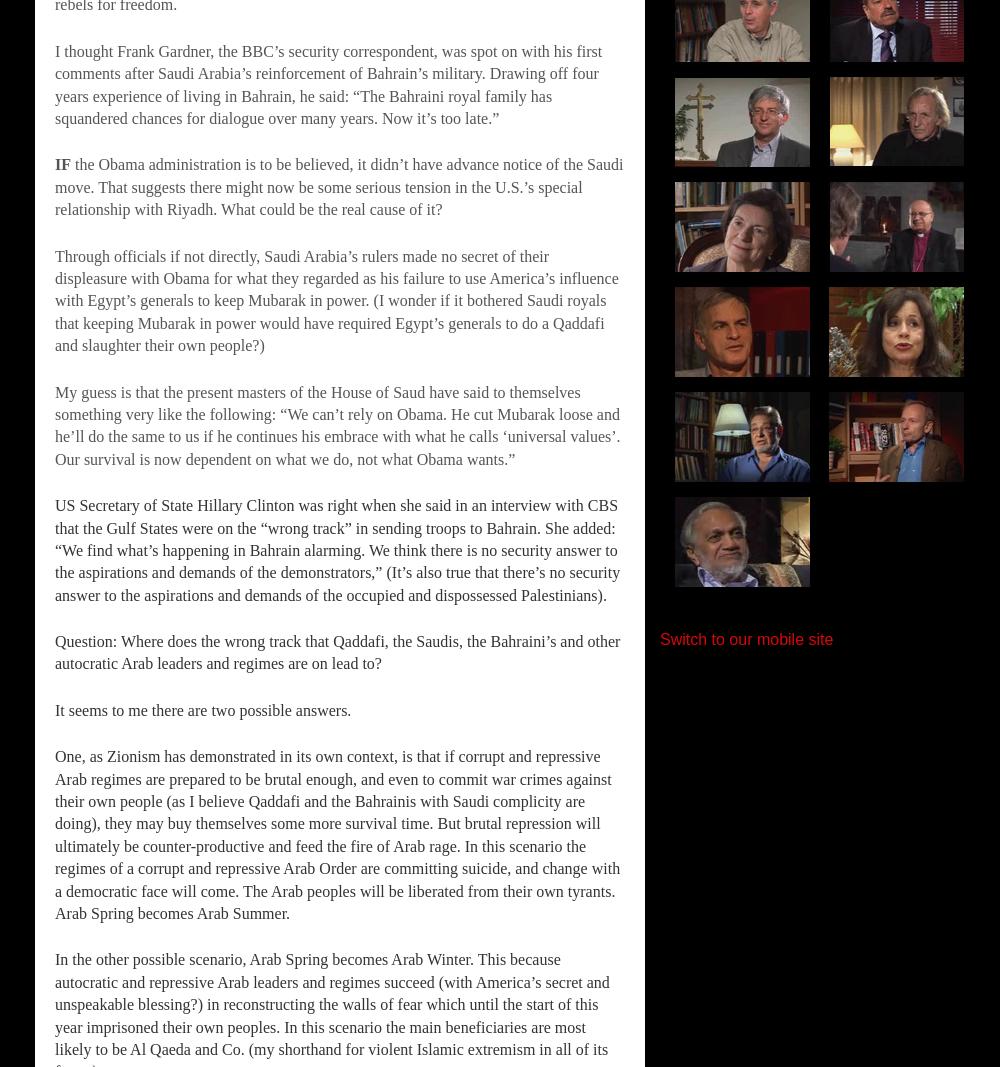  What do you see at coordinates (336, 652) in the screenshot?
I see `'Question: Where does the wrong track that Qaddafi, the Saudis, the Bahraini’s and other autocratic Arab leaders and regimes are on lead to?'` at bounding box center [336, 652].